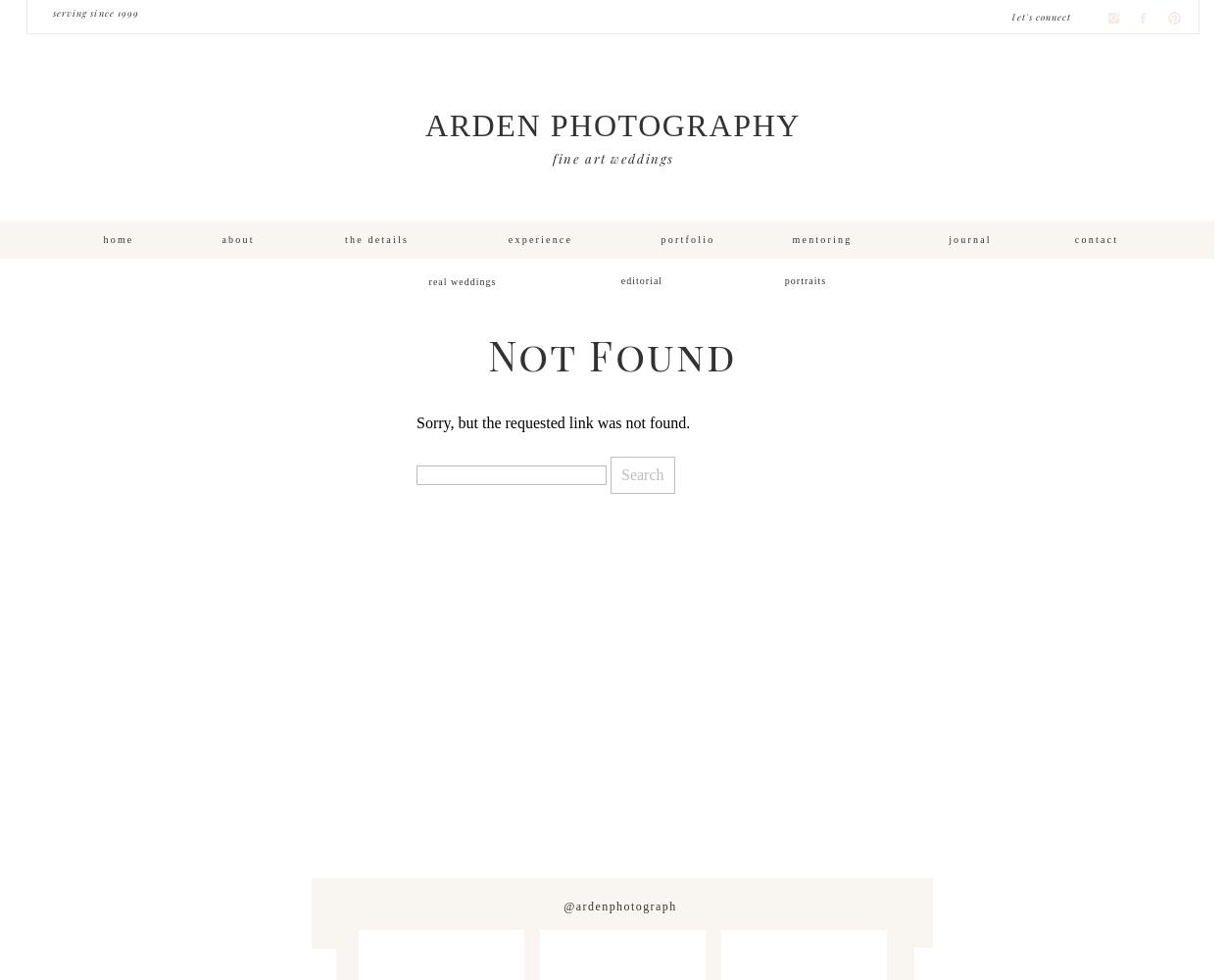  What do you see at coordinates (236, 238) in the screenshot?
I see `'ABOUT'` at bounding box center [236, 238].